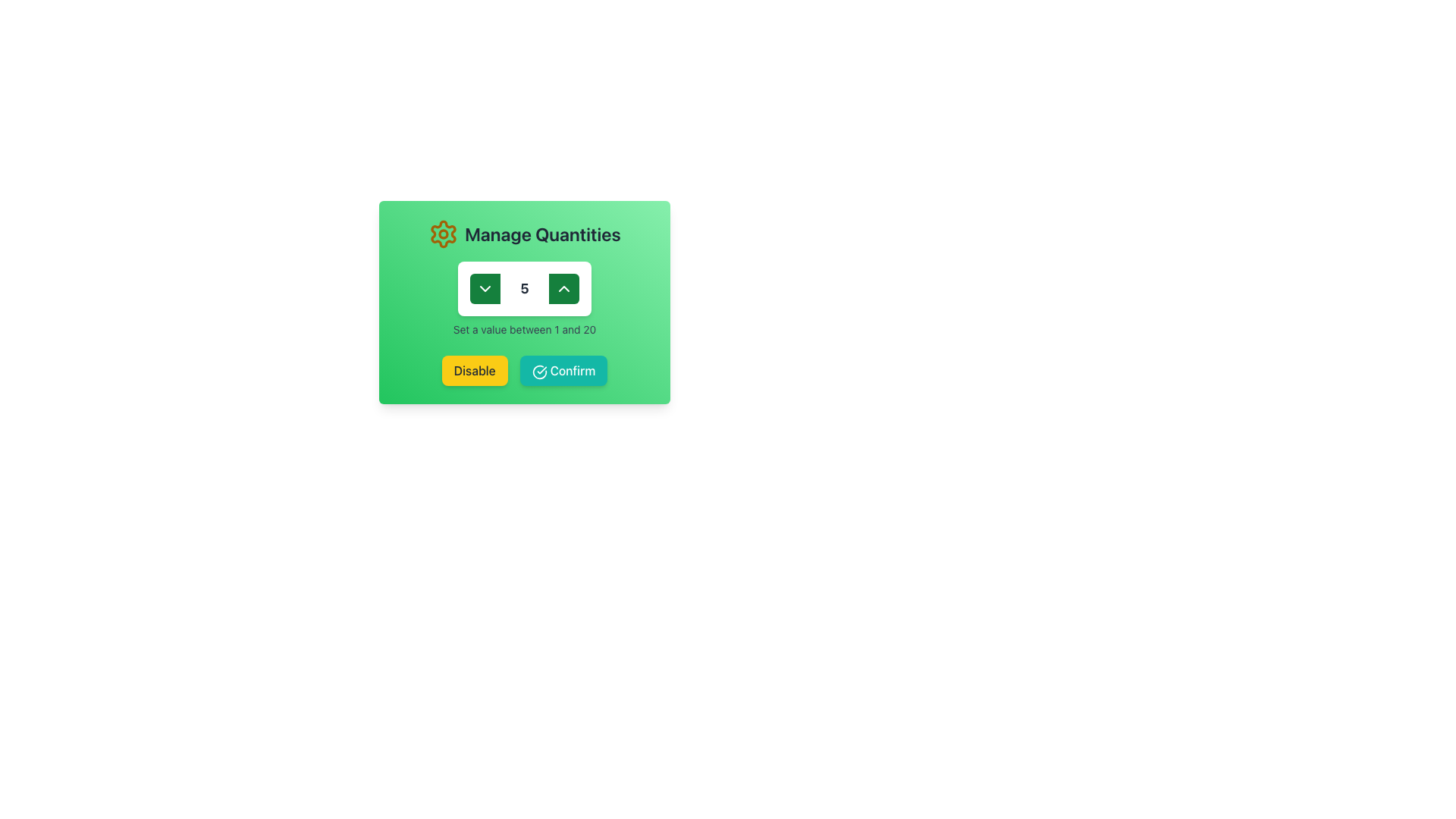 The image size is (1456, 819). I want to click on the numeric value displayed in the center of the composite component consisting of two arrow buttons and a numeric display, located below the heading 'Manage Quantities', so click(524, 289).